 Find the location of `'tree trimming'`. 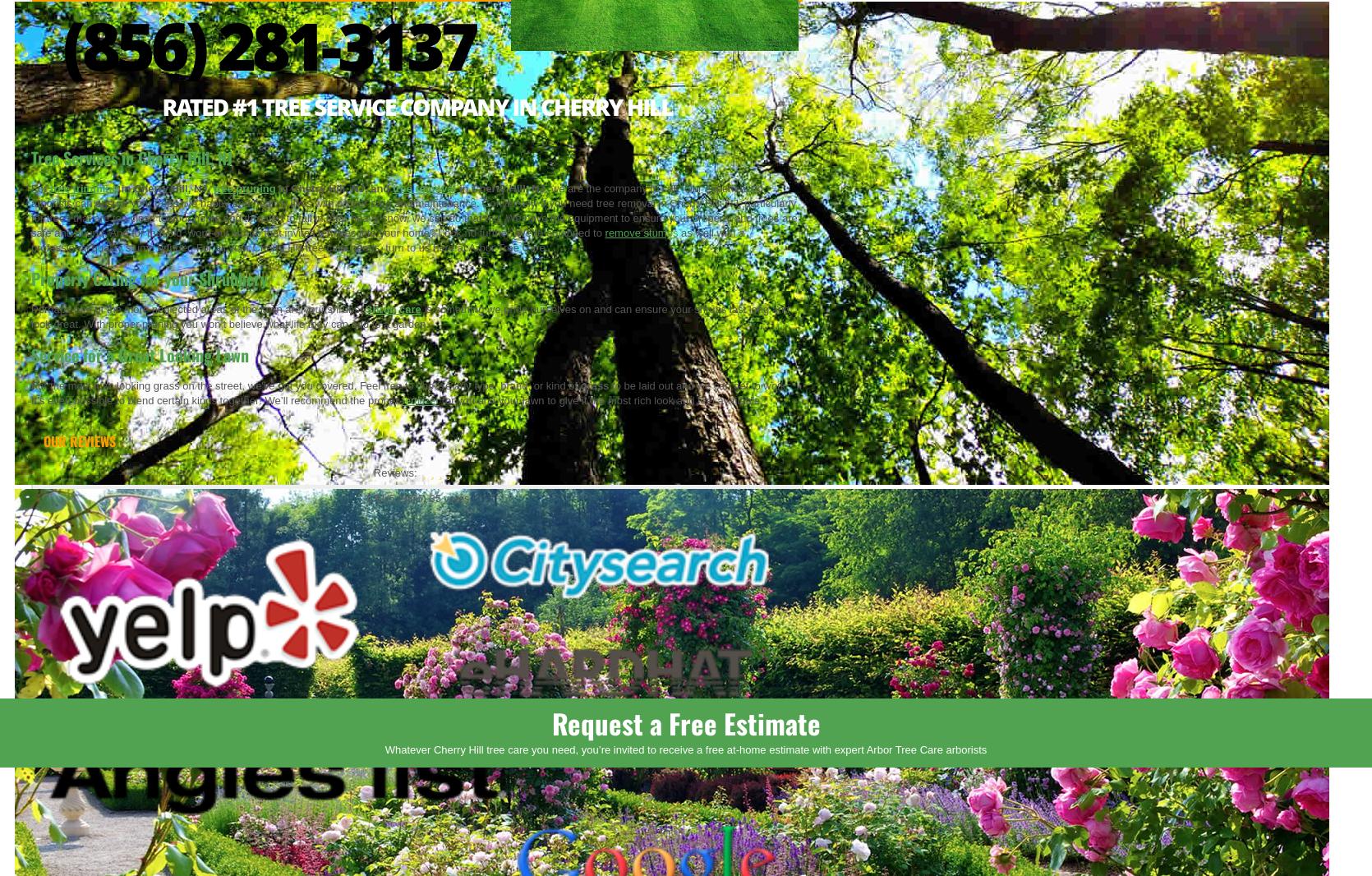

'tree trimming' is located at coordinates (49, 187).